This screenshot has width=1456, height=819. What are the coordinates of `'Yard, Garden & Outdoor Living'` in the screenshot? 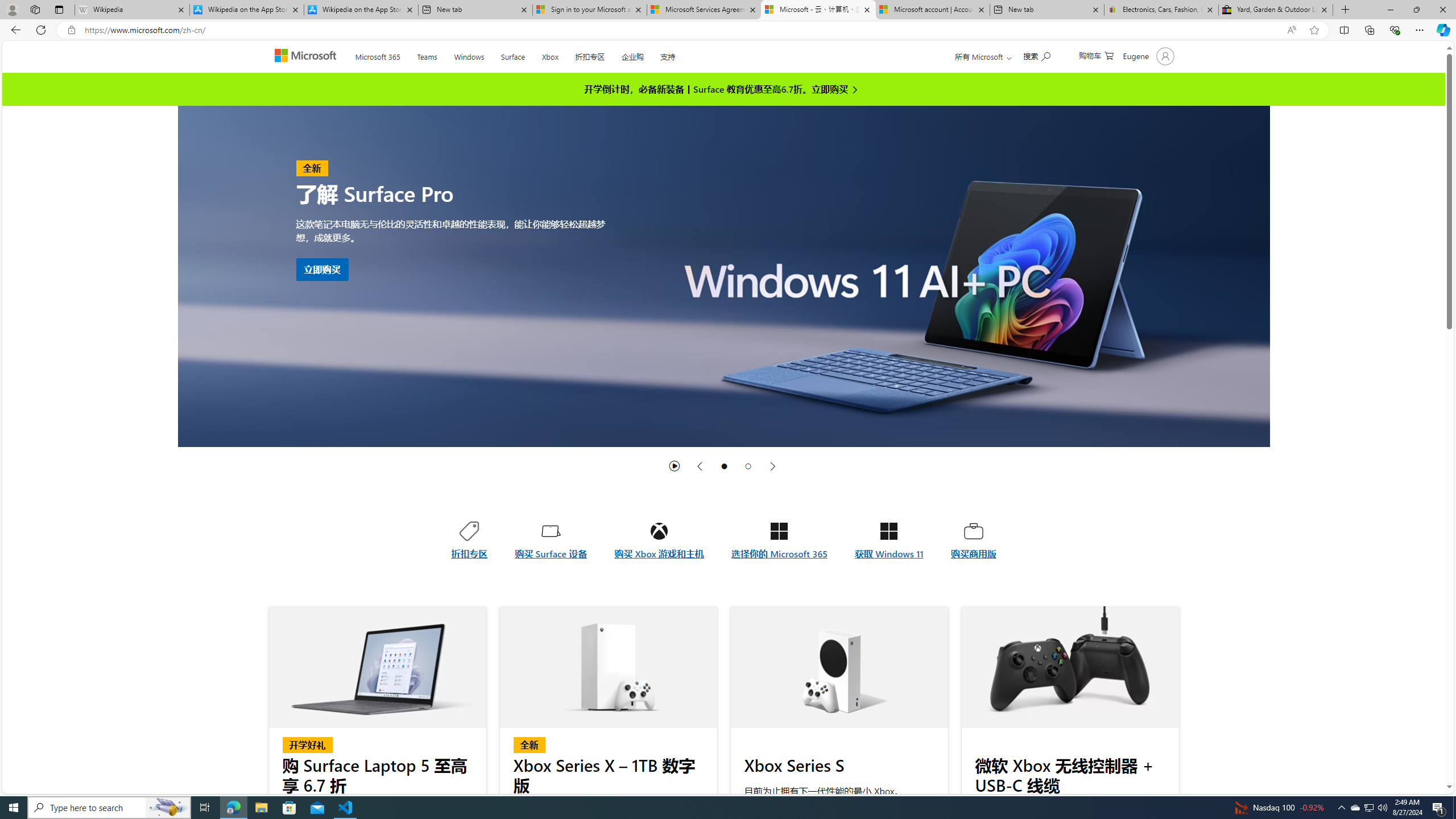 It's located at (1275, 9).